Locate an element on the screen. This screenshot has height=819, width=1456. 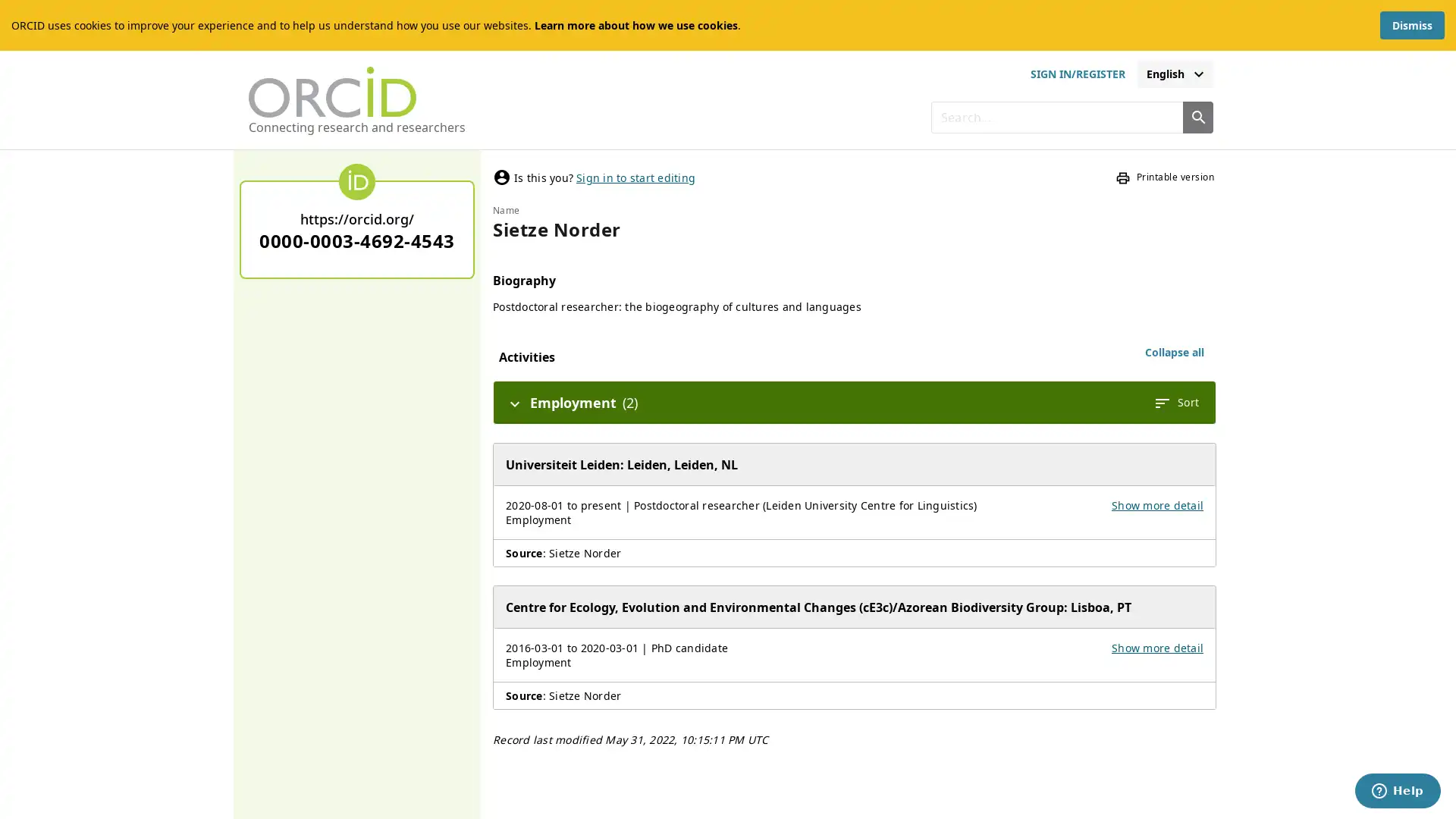
sign in or register is located at coordinates (1076, 74).